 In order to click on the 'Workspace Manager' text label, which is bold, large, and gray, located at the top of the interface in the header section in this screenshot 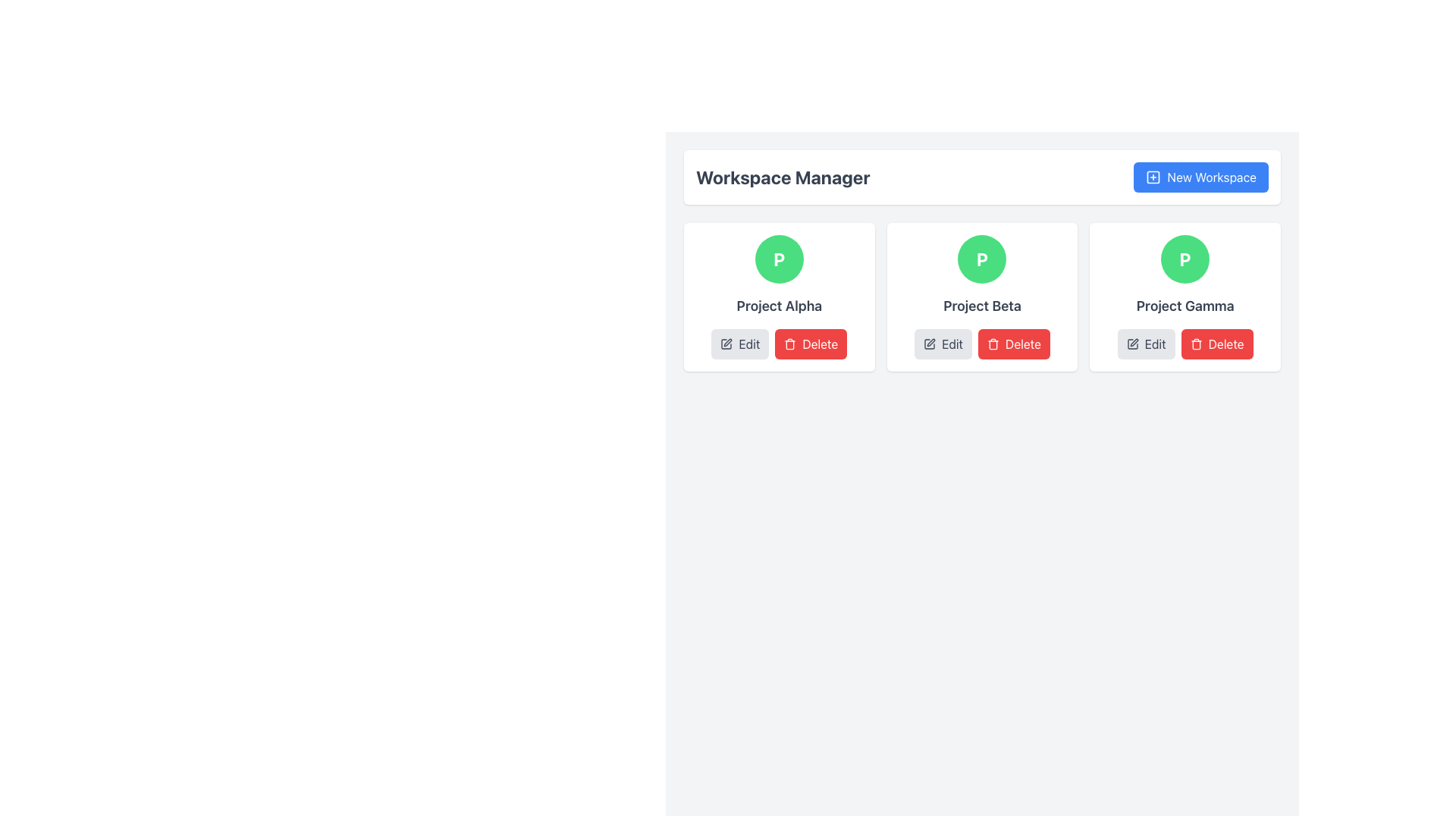, I will do `click(783, 177)`.